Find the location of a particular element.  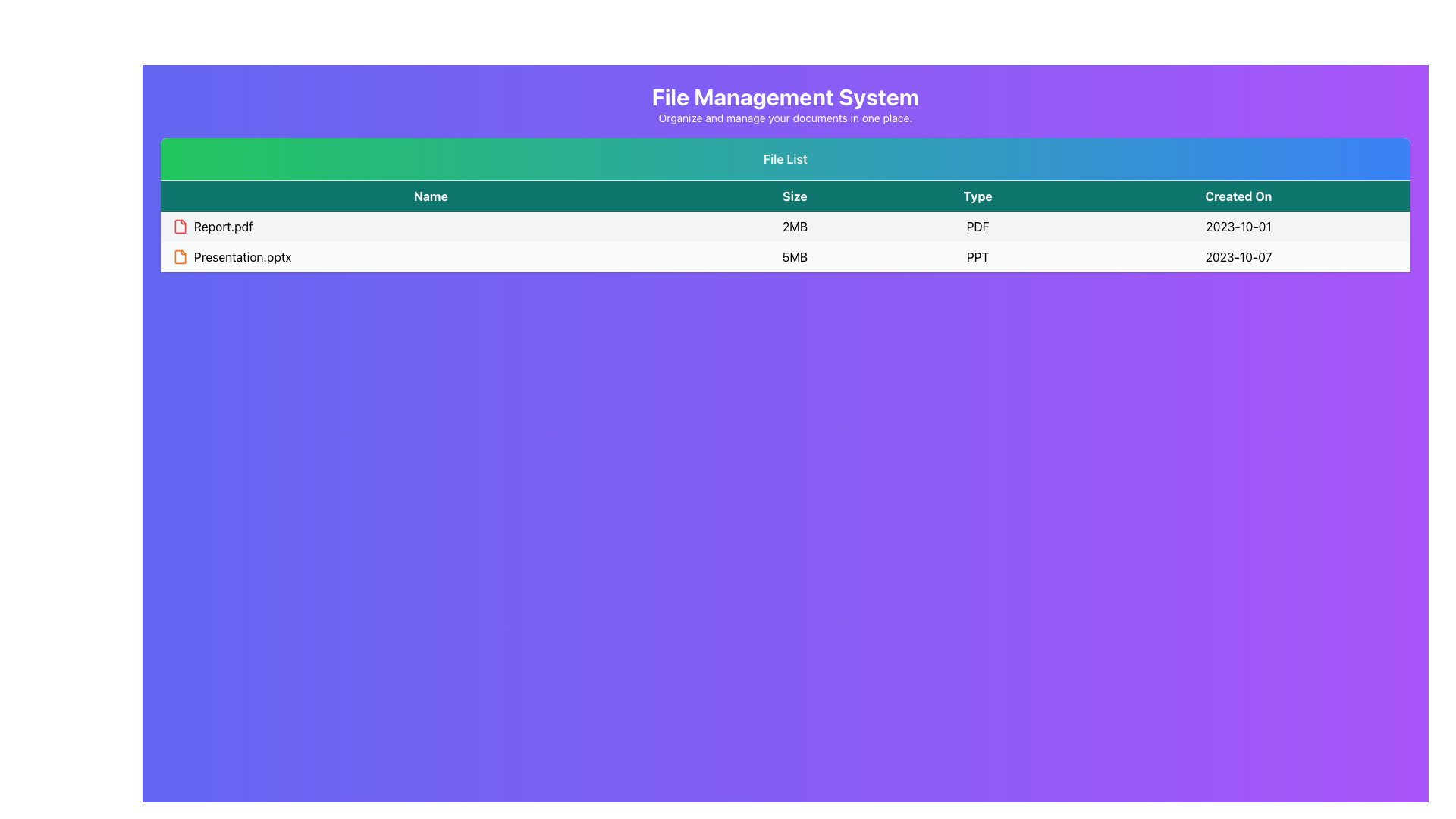

the Text label displaying the creation date of the file 'Presentation.pptx' in the last cell of the second row under the 'Created On' column is located at coordinates (1238, 256).